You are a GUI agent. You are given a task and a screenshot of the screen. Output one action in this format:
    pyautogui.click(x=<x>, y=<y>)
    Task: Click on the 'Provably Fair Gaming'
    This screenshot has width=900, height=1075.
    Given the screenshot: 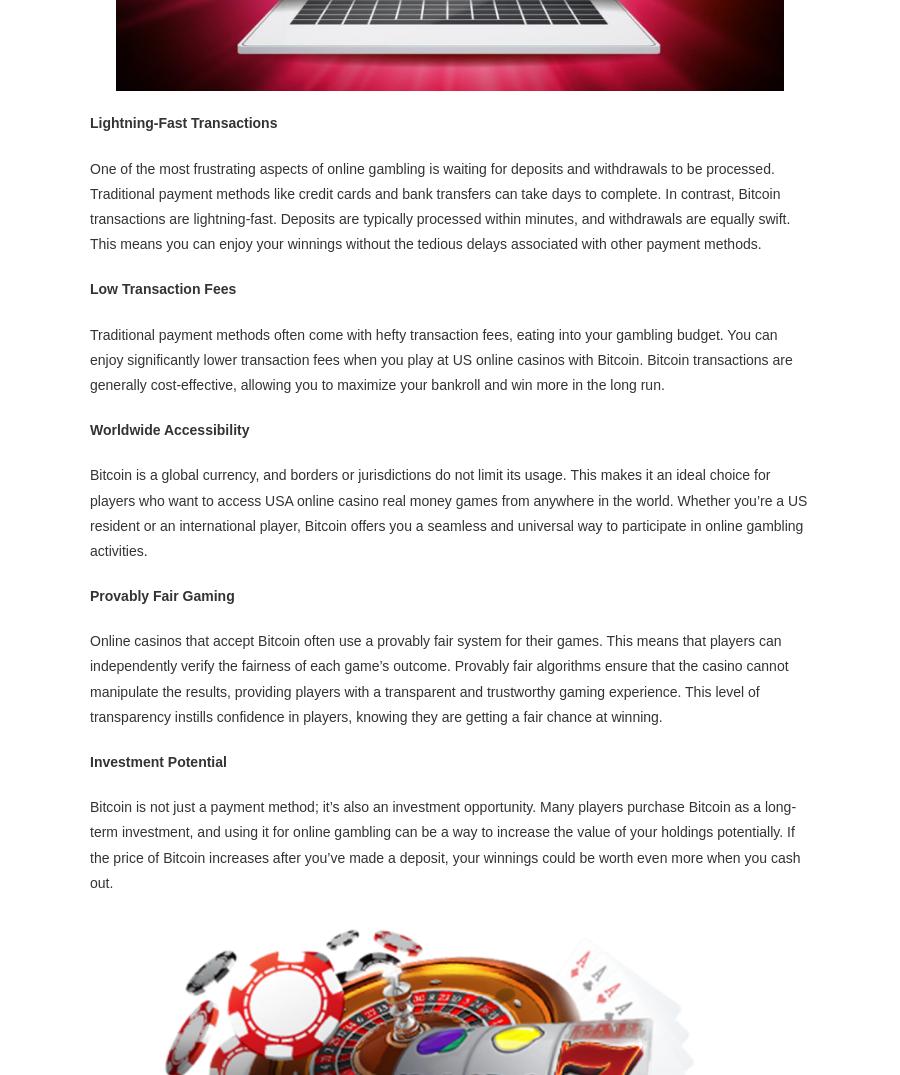 What is the action you would take?
    pyautogui.click(x=89, y=594)
    